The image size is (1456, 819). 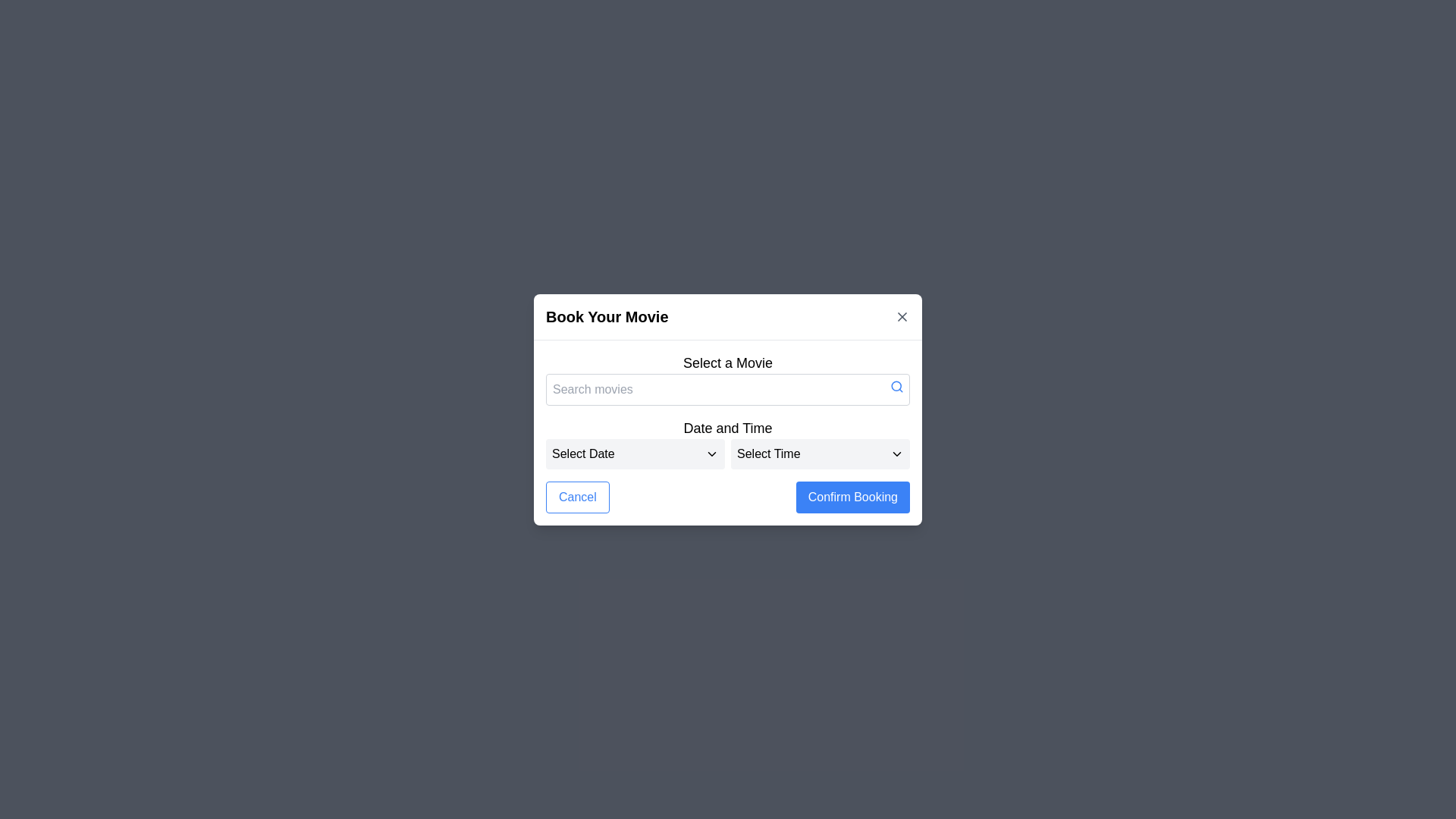 I want to click on the search icon located at the right end of the search bar in the 'Book Your Movie' modal, so click(x=896, y=385).